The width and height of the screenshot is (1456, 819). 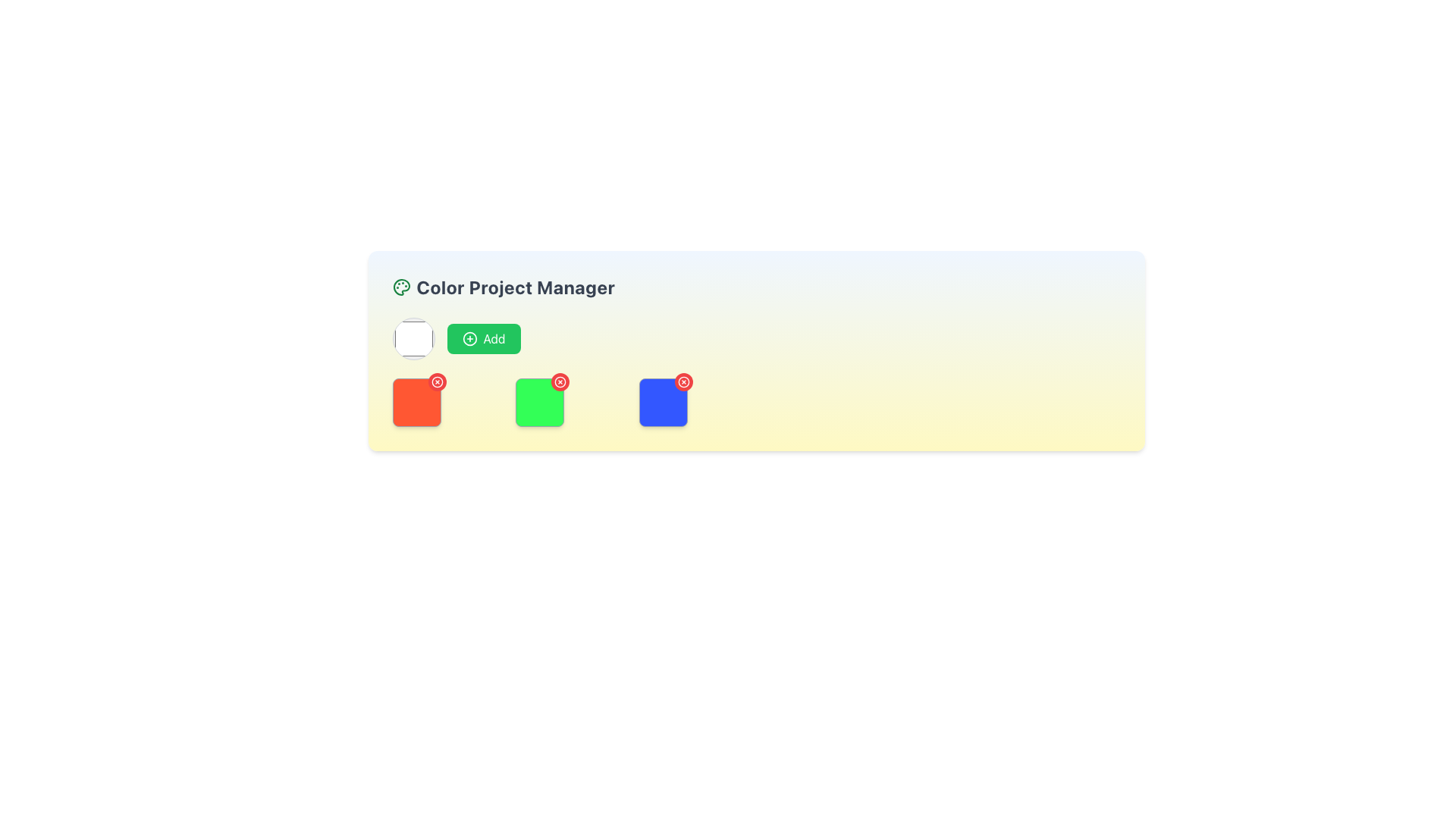 I want to click on the red close or edit button located at the top-right corner of the second selectable color box component in the grid layout to observe its hover effect, so click(x=540, y=402).